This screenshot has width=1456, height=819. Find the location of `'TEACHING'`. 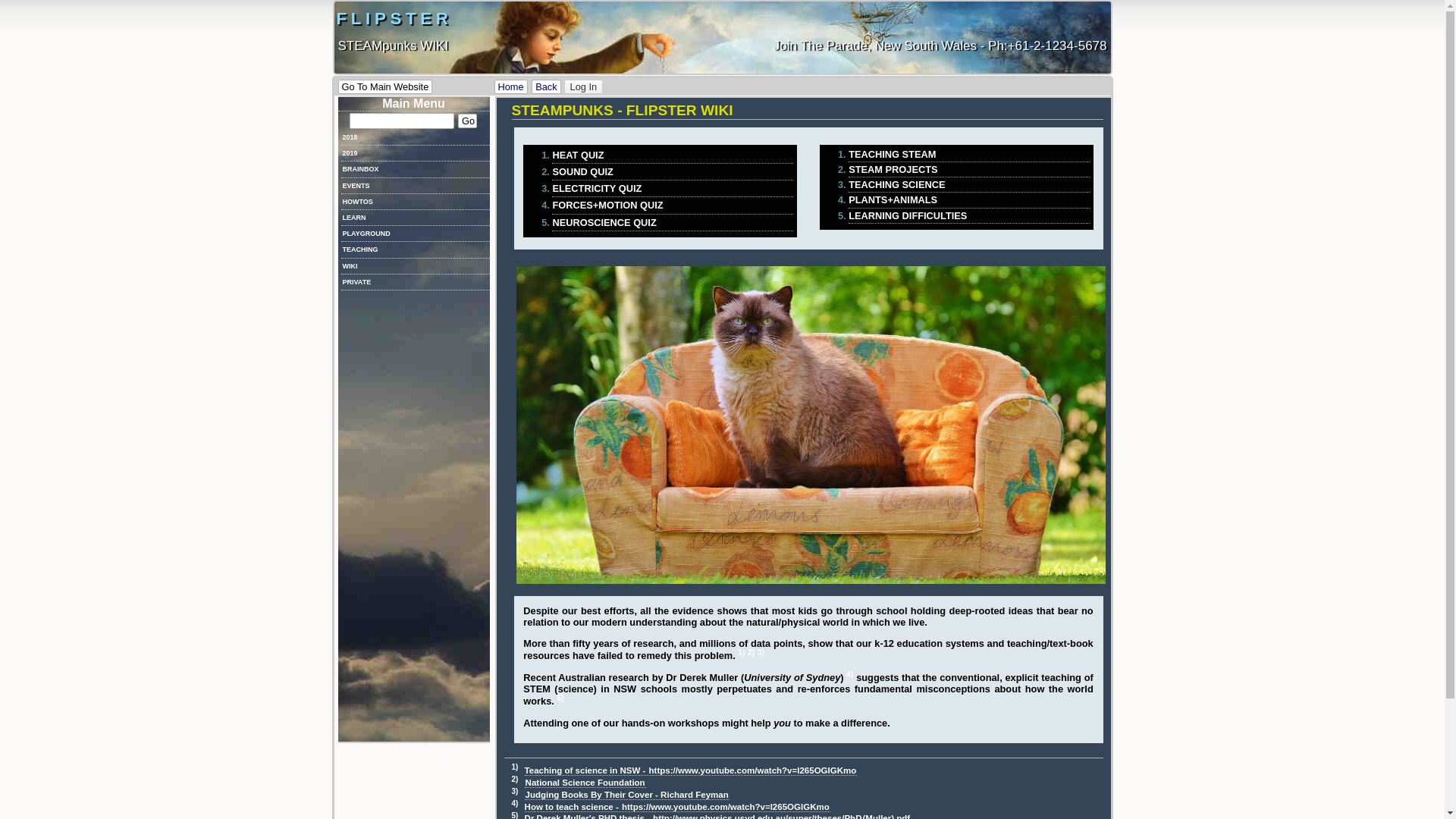

'TEACHING' is located at coordinates (340, 249).